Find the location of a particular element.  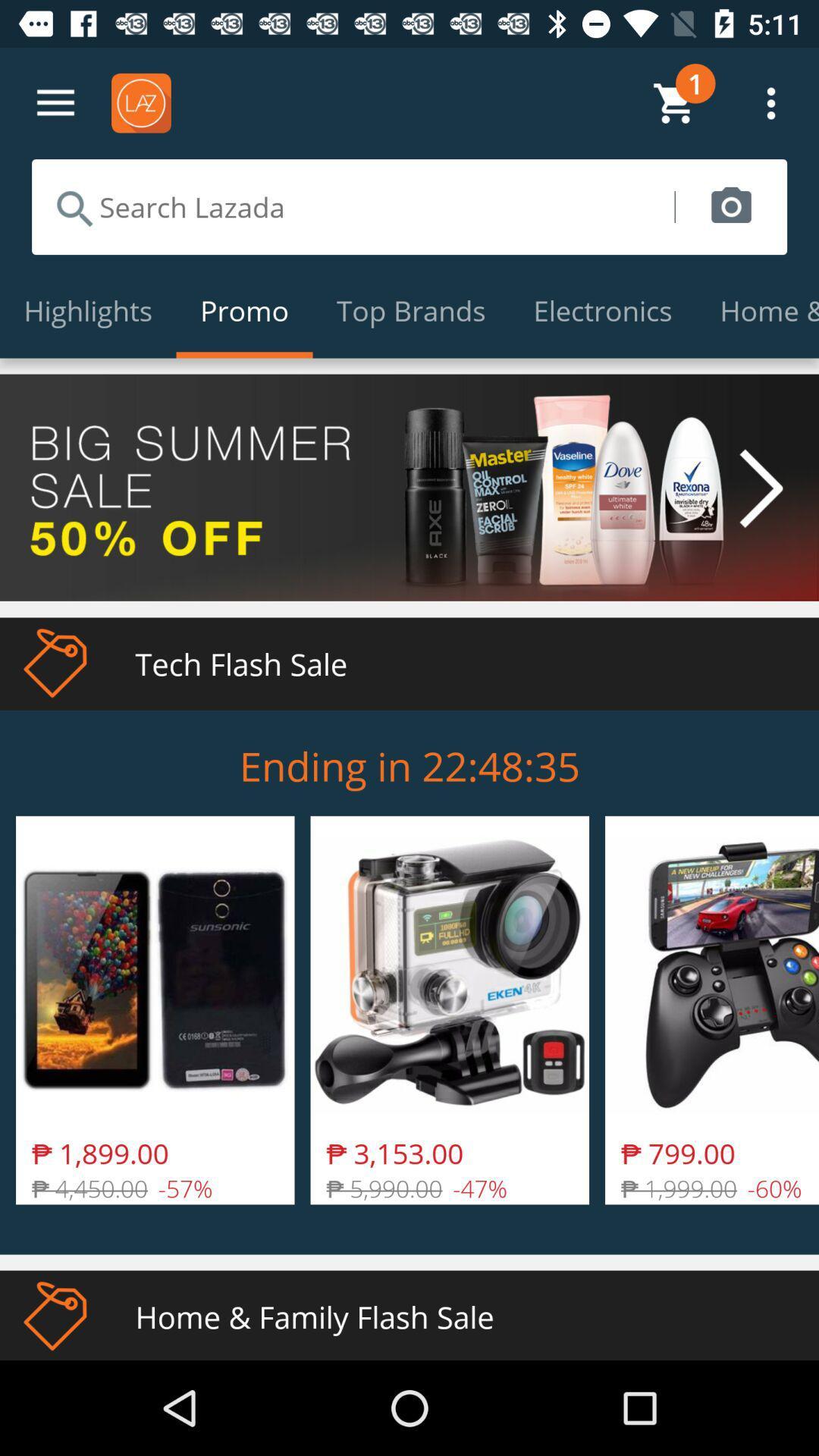

search is located at coordinates (353, 206).